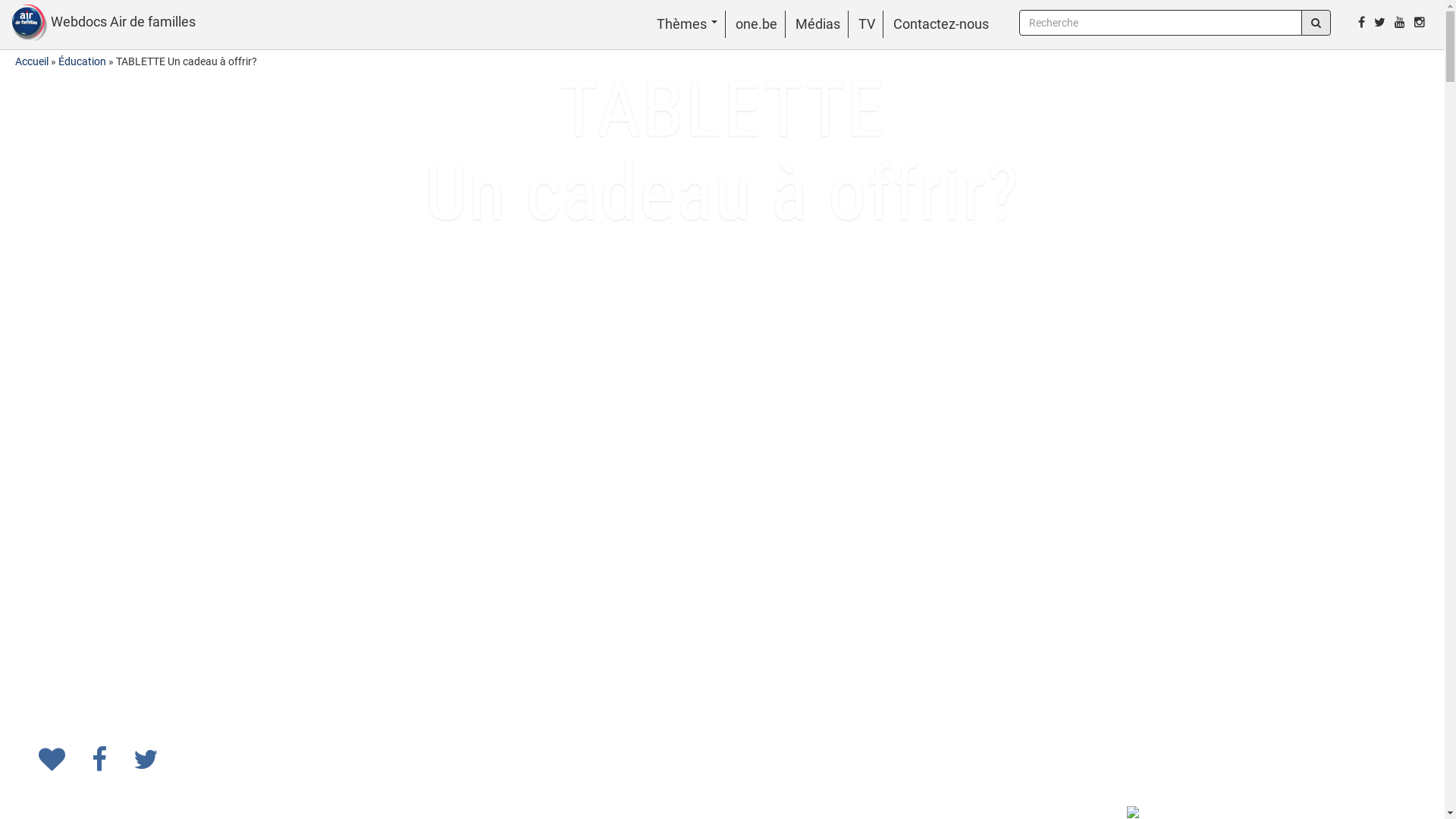 The height and width of the screenshot is (819, 1456). What do you see at coordinates (756, 24) in the screenshot?
I see `'one.be'` at bounding box center [756, 24].